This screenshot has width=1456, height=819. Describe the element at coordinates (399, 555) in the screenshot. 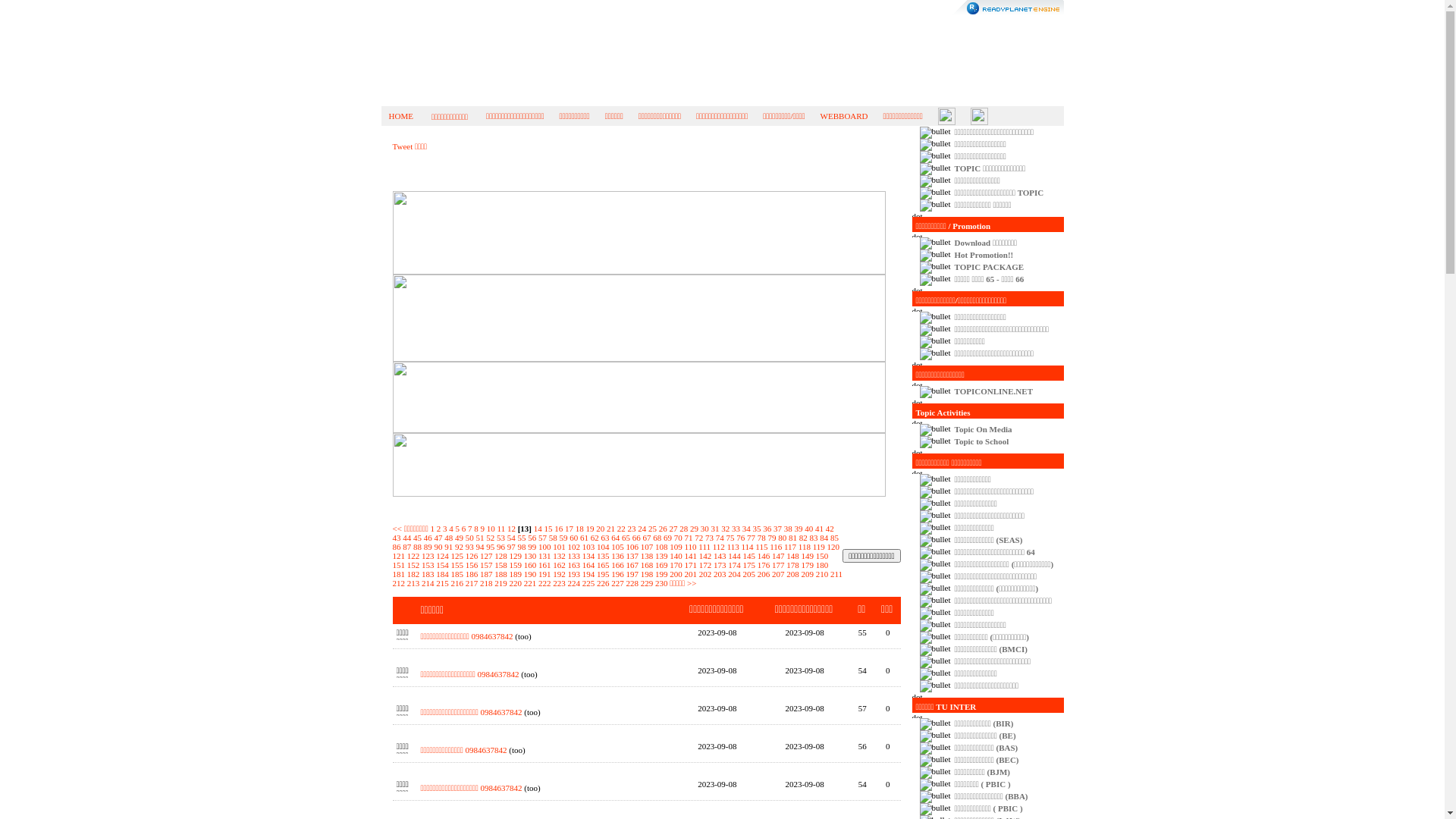

I see `'121'` at that location.